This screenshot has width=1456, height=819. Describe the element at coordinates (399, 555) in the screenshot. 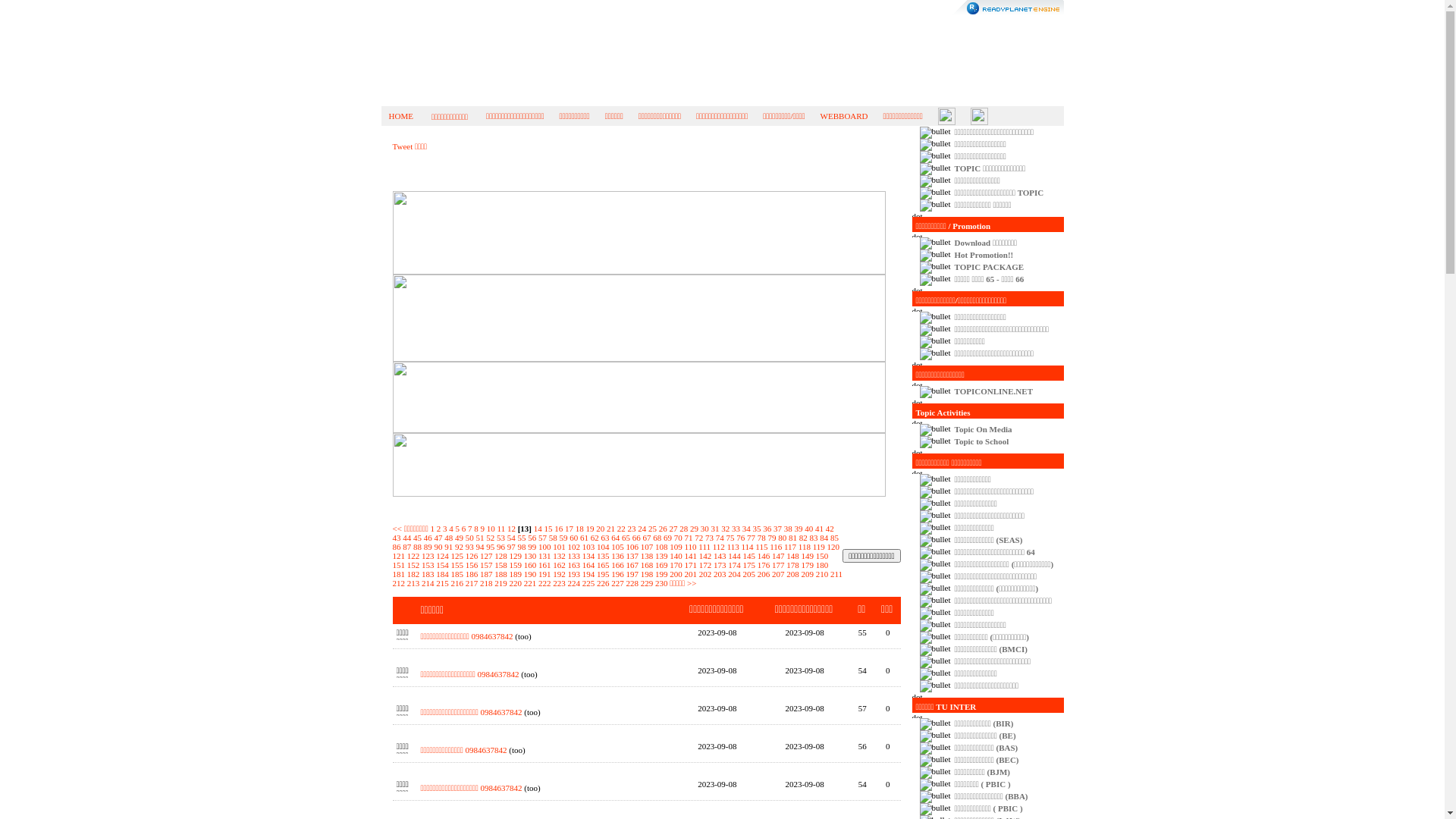

I see `'121'` at that location.